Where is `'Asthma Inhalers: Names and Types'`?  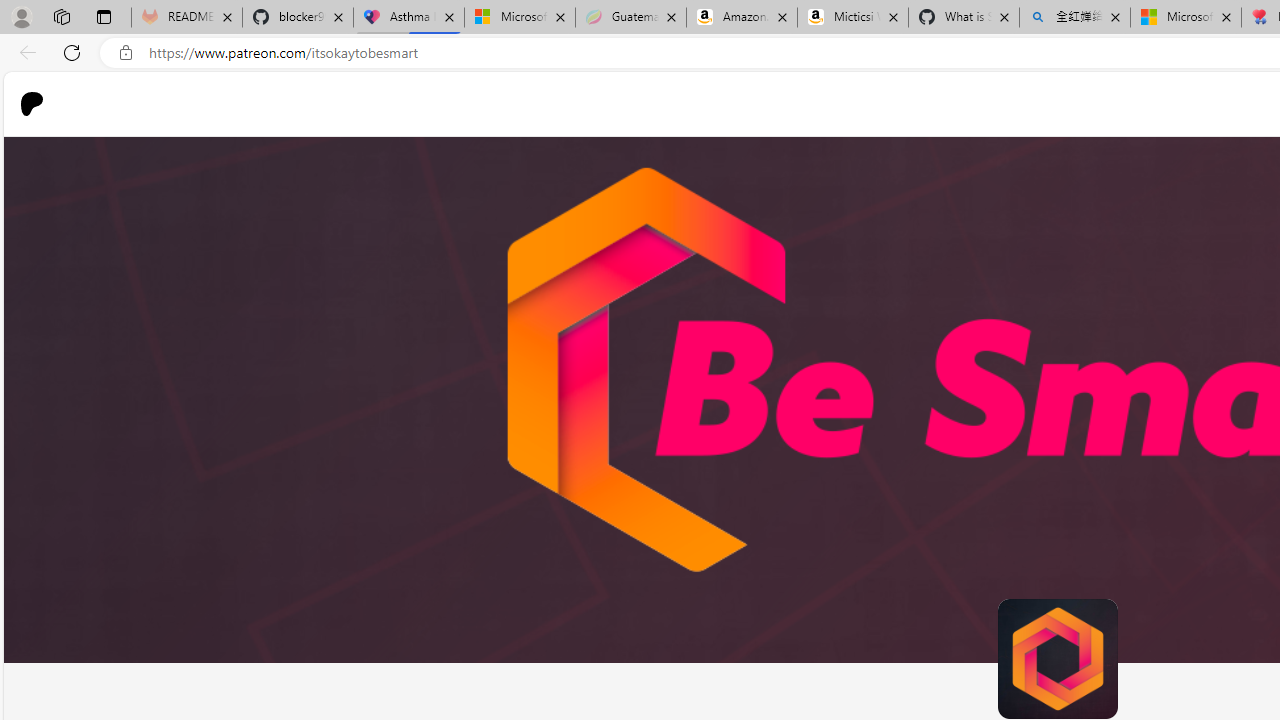 'Asthma Inhalers: Names and Types' is located at coordinates (408, 17).